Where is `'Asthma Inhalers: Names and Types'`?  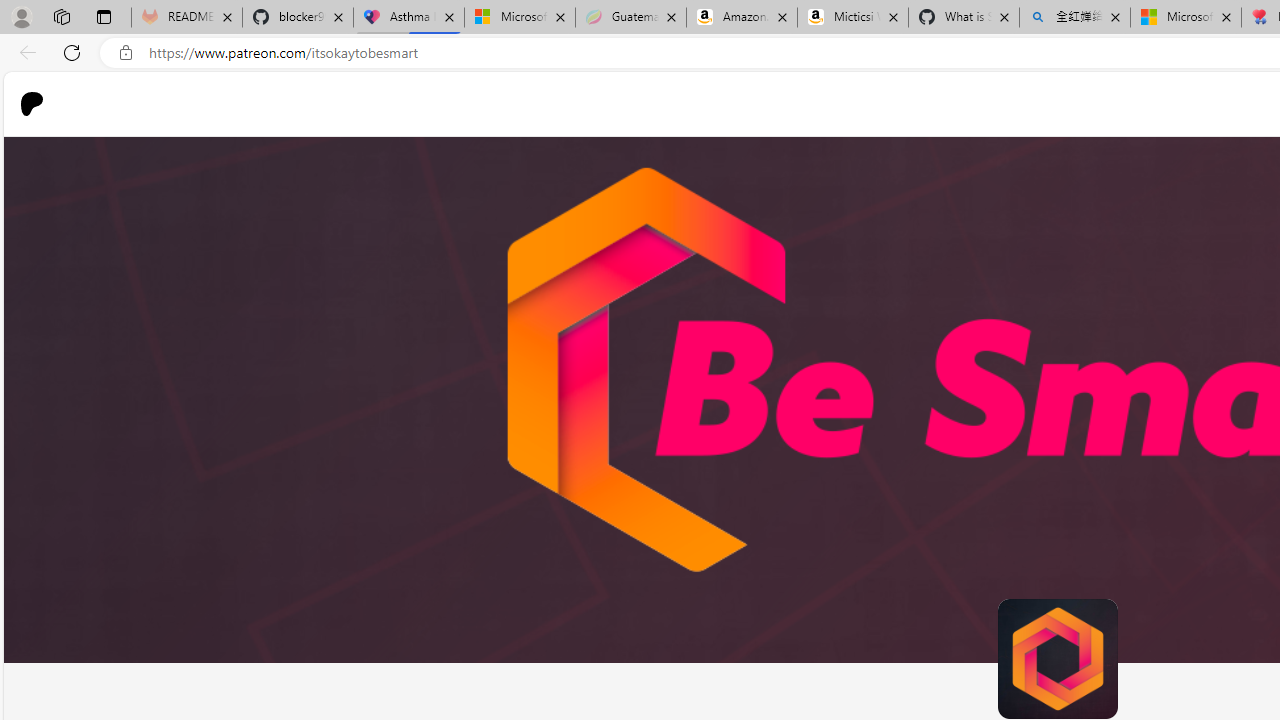 'Asthma Inhalers: Names and Types' is located at coordinates (408, 17).